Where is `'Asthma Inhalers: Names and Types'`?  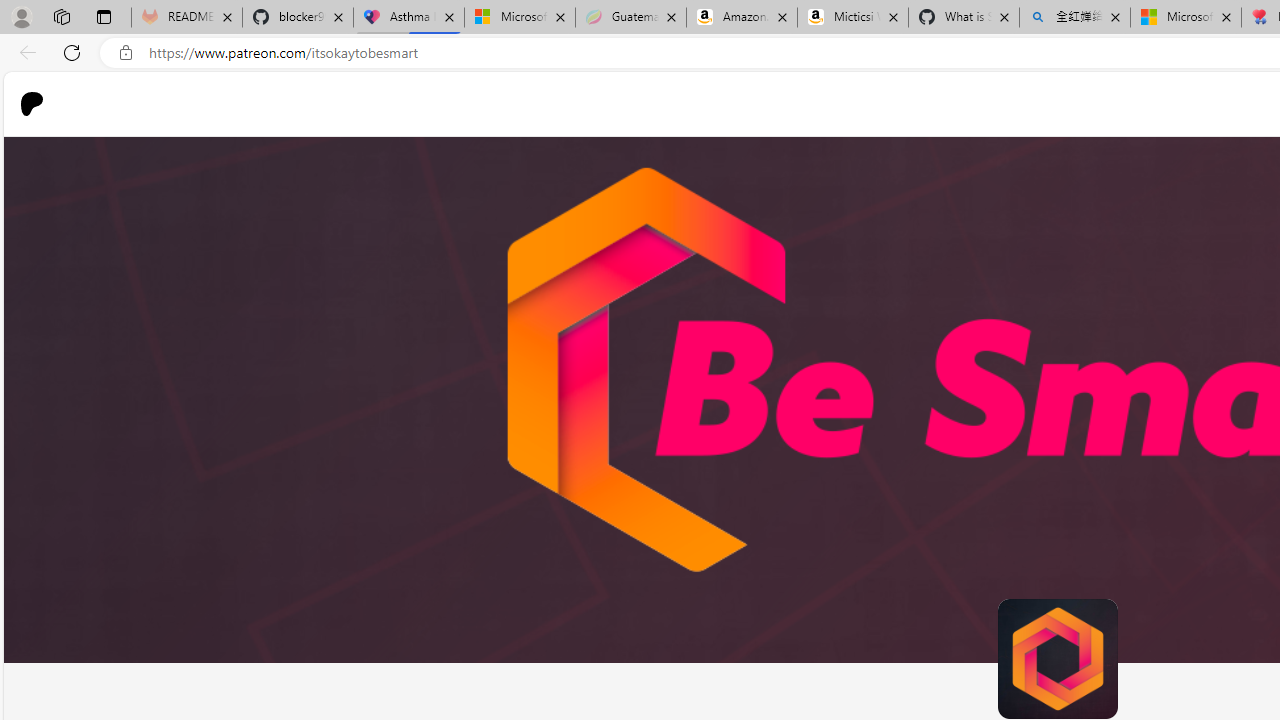 'Asthma Inhalers: Names and Types' is located at coordinates (408, 17).